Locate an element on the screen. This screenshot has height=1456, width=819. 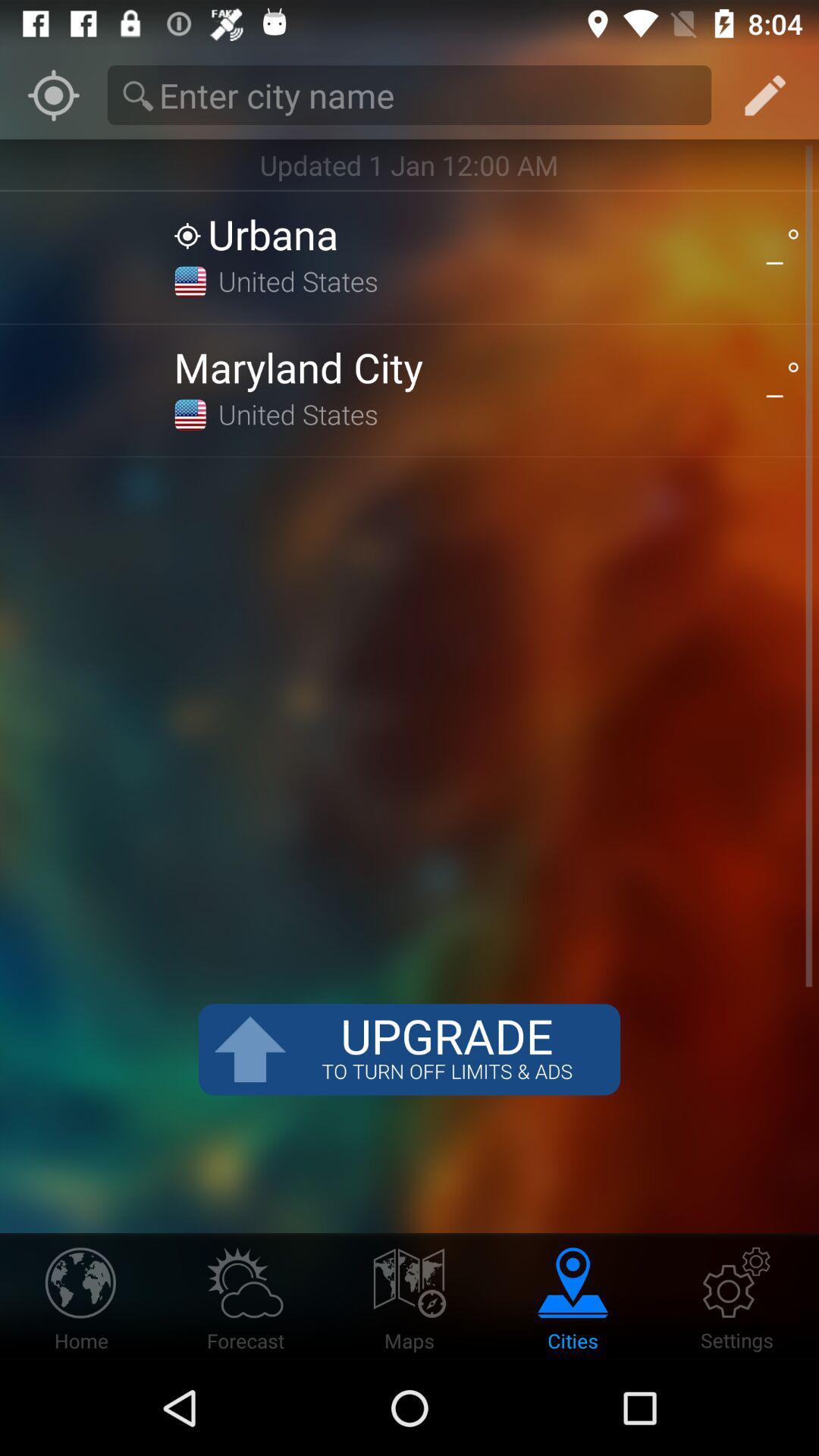
the edit icon is located at coordinates (765, 94).